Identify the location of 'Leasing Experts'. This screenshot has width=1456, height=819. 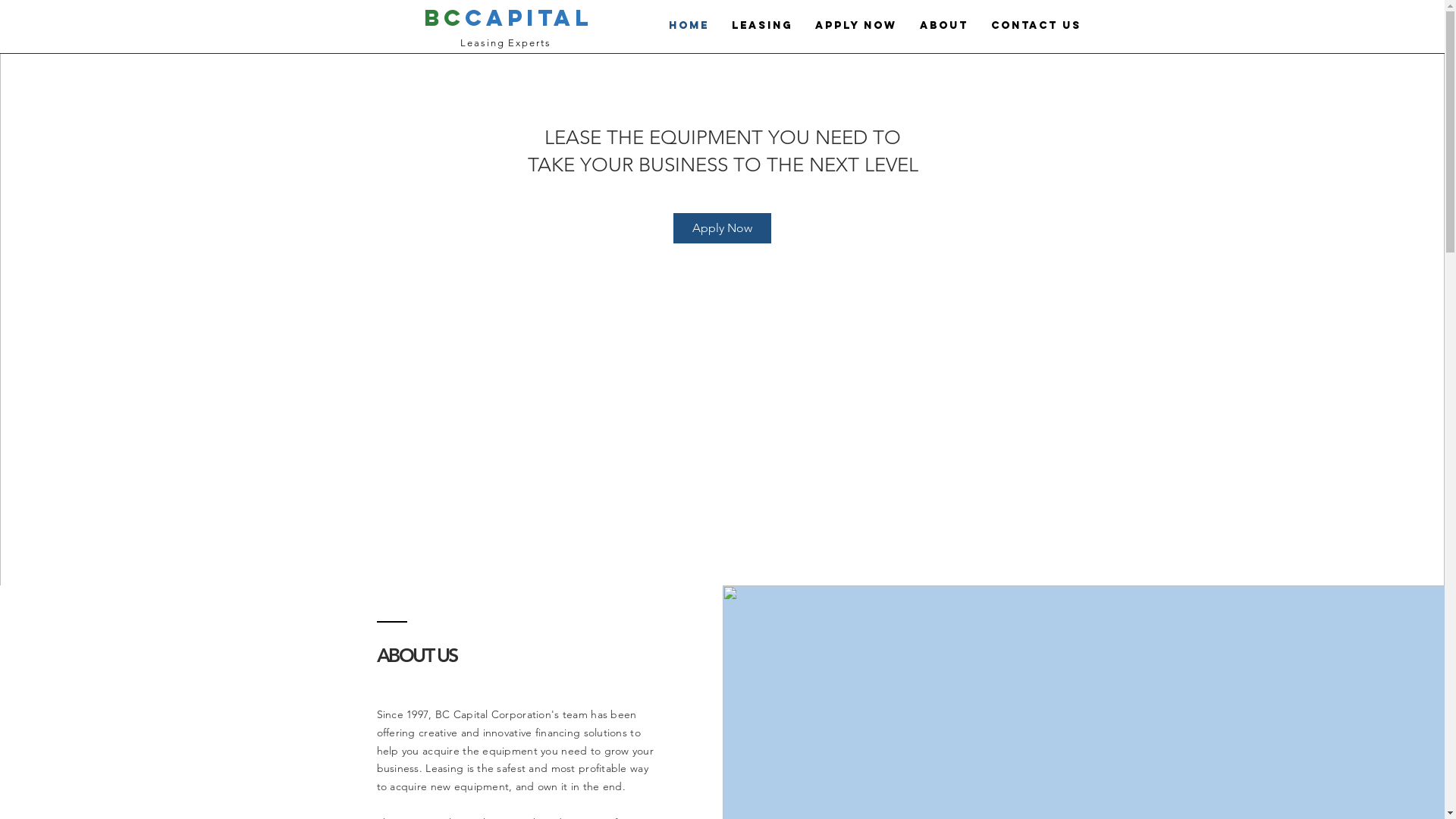
(506, 42).